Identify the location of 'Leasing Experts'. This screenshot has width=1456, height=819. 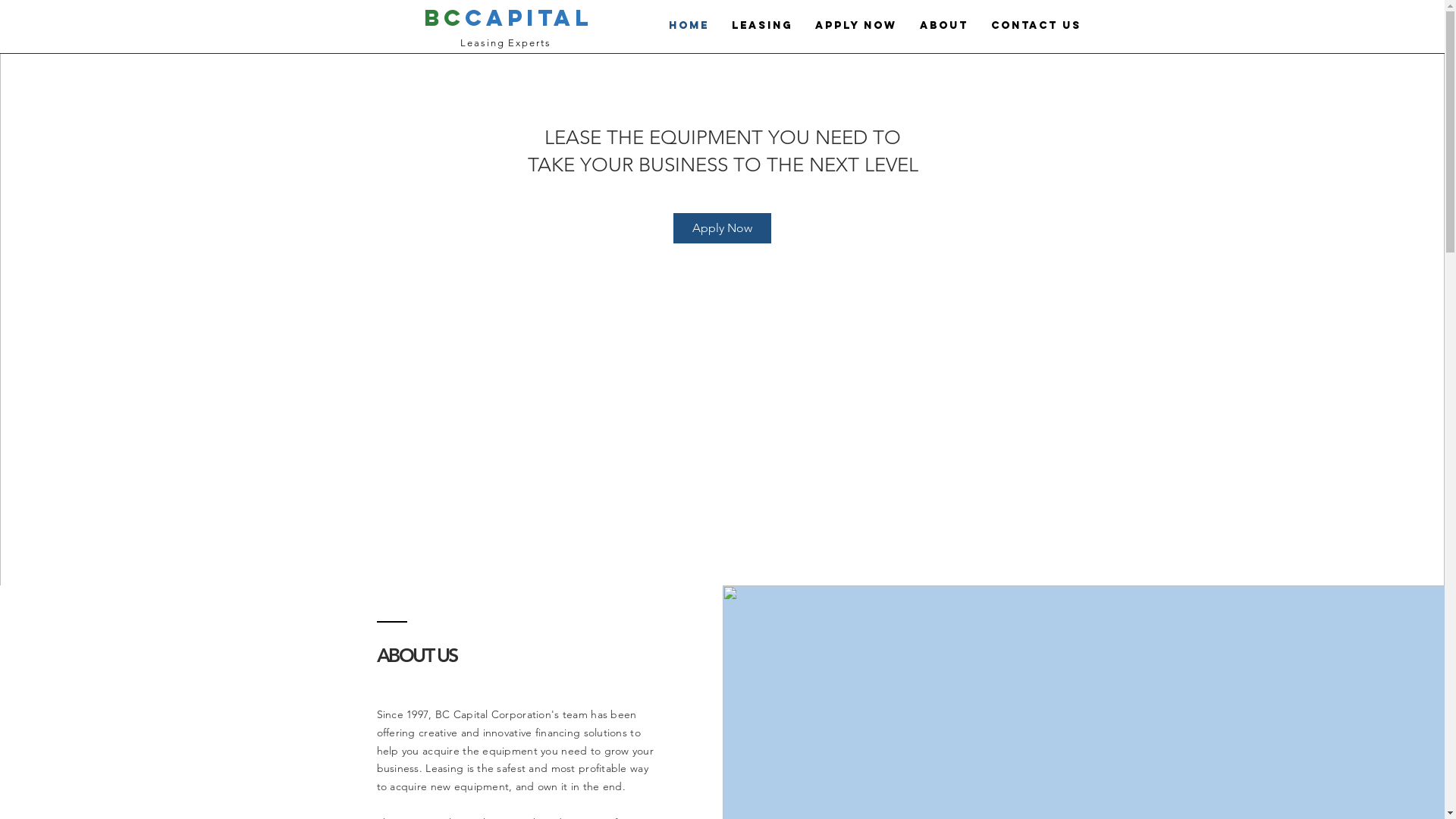
(506, 42).